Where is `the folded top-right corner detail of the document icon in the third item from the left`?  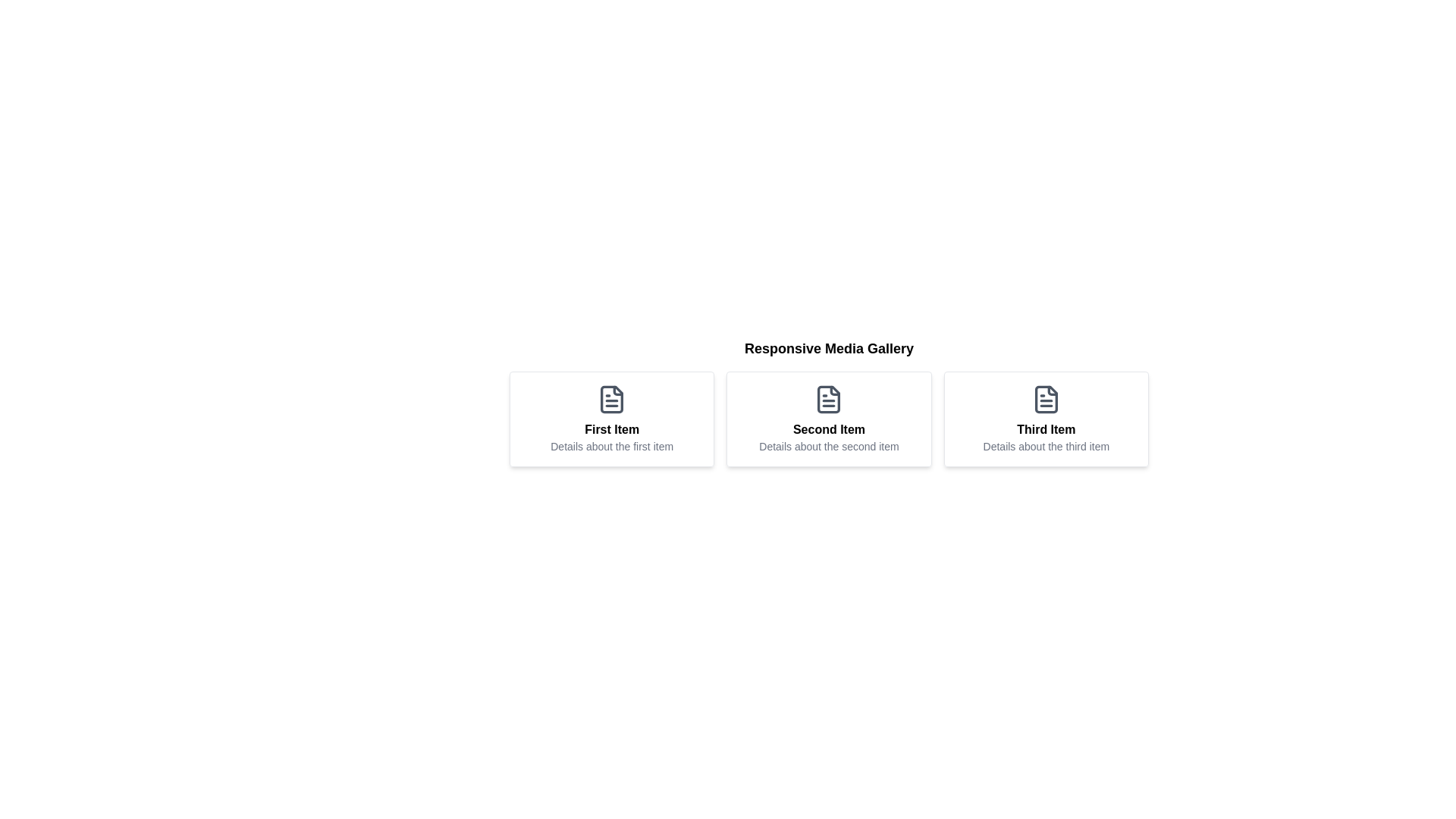 the folded top-right corner detail of the document icon in the third item from the left is located at coordinates (1052, 390).